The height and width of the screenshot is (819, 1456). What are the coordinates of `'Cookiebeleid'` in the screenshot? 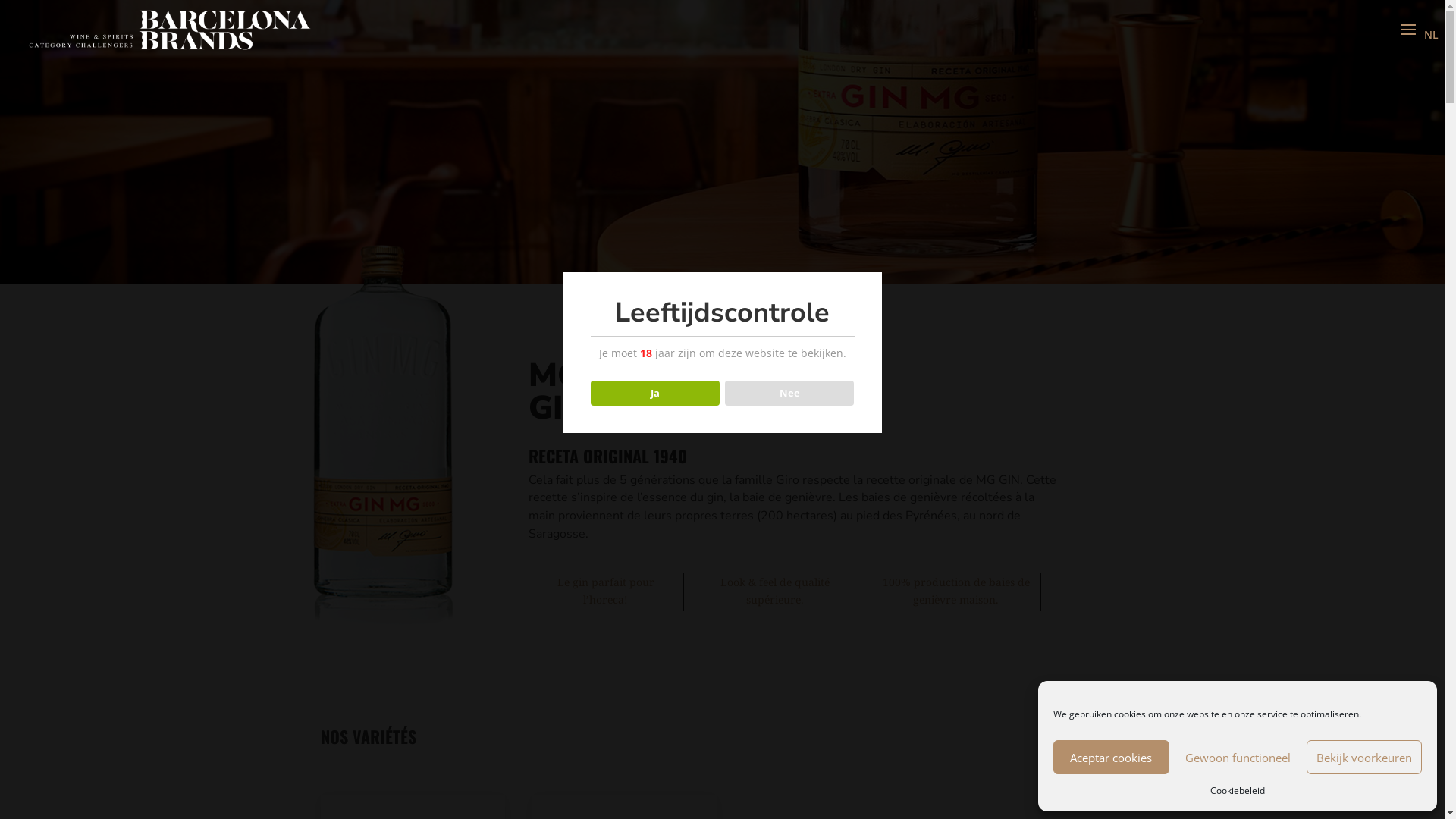 It's located at (1238, 789).